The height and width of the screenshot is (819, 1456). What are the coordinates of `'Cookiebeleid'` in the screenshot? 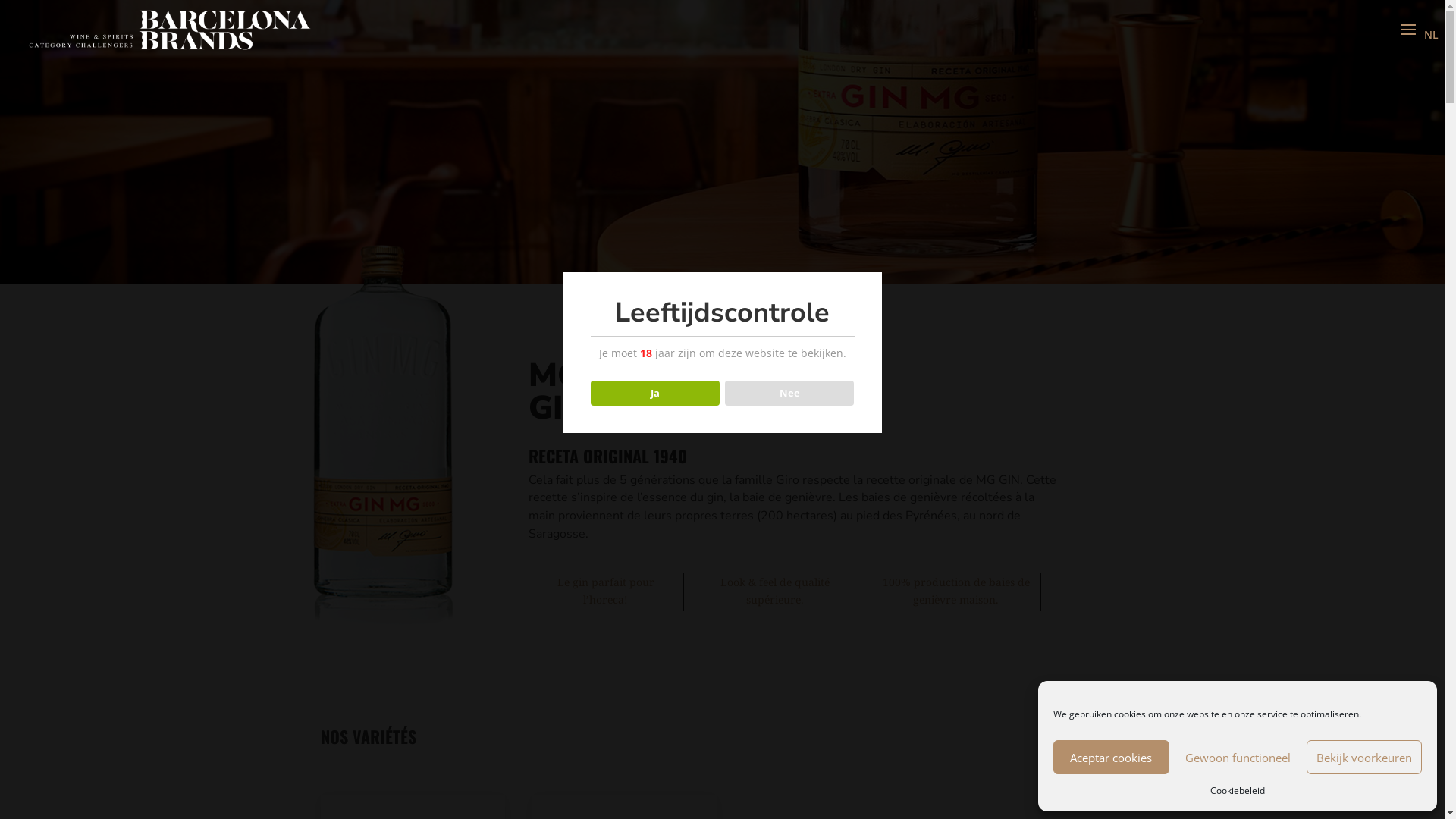 It's located at (1238, 789).